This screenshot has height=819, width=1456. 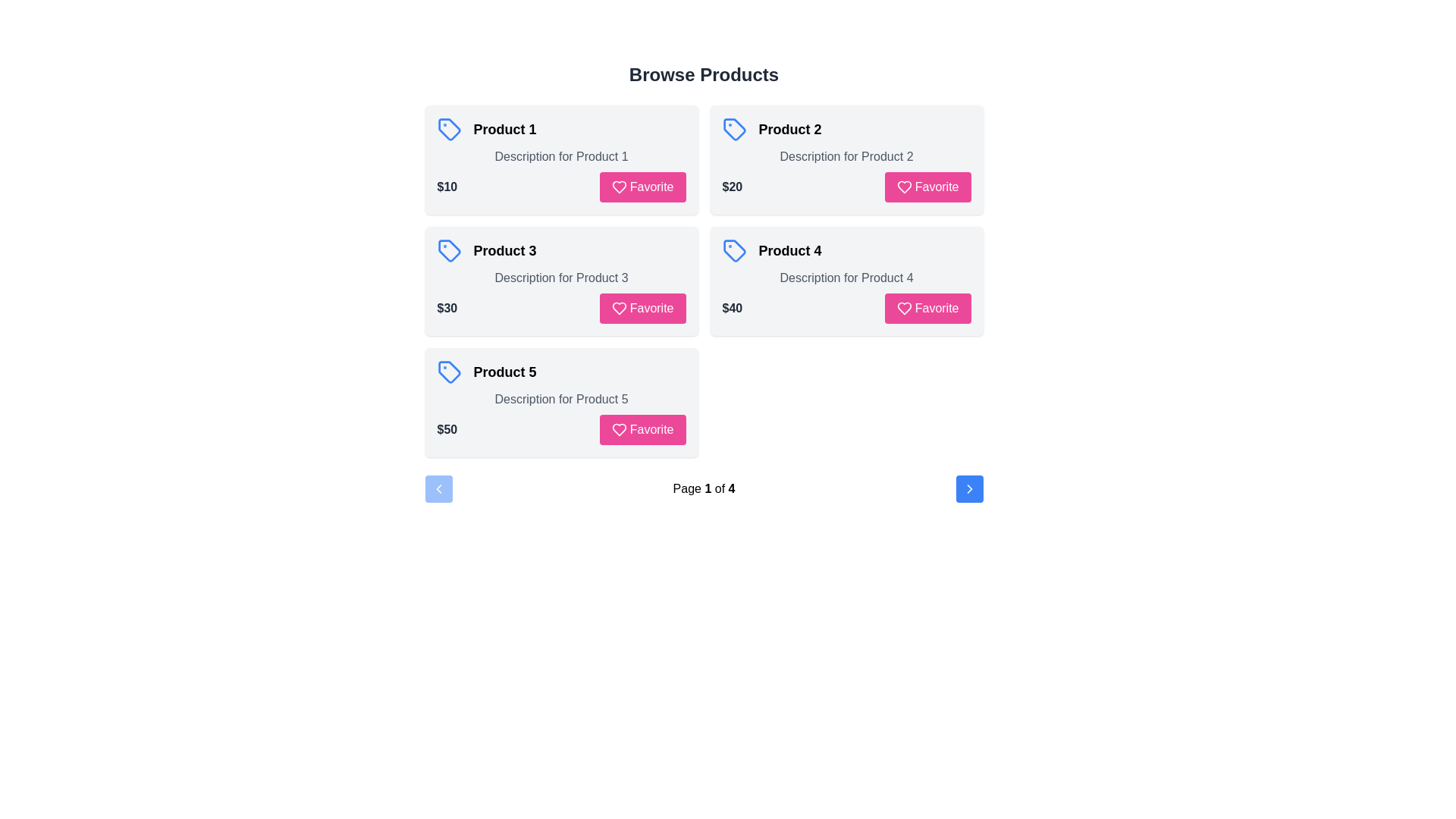 I want to click on the static text element displaying the digit '1', which indicates the current page number in the format 'Page 1 of 4', so click(x=707, y=488).